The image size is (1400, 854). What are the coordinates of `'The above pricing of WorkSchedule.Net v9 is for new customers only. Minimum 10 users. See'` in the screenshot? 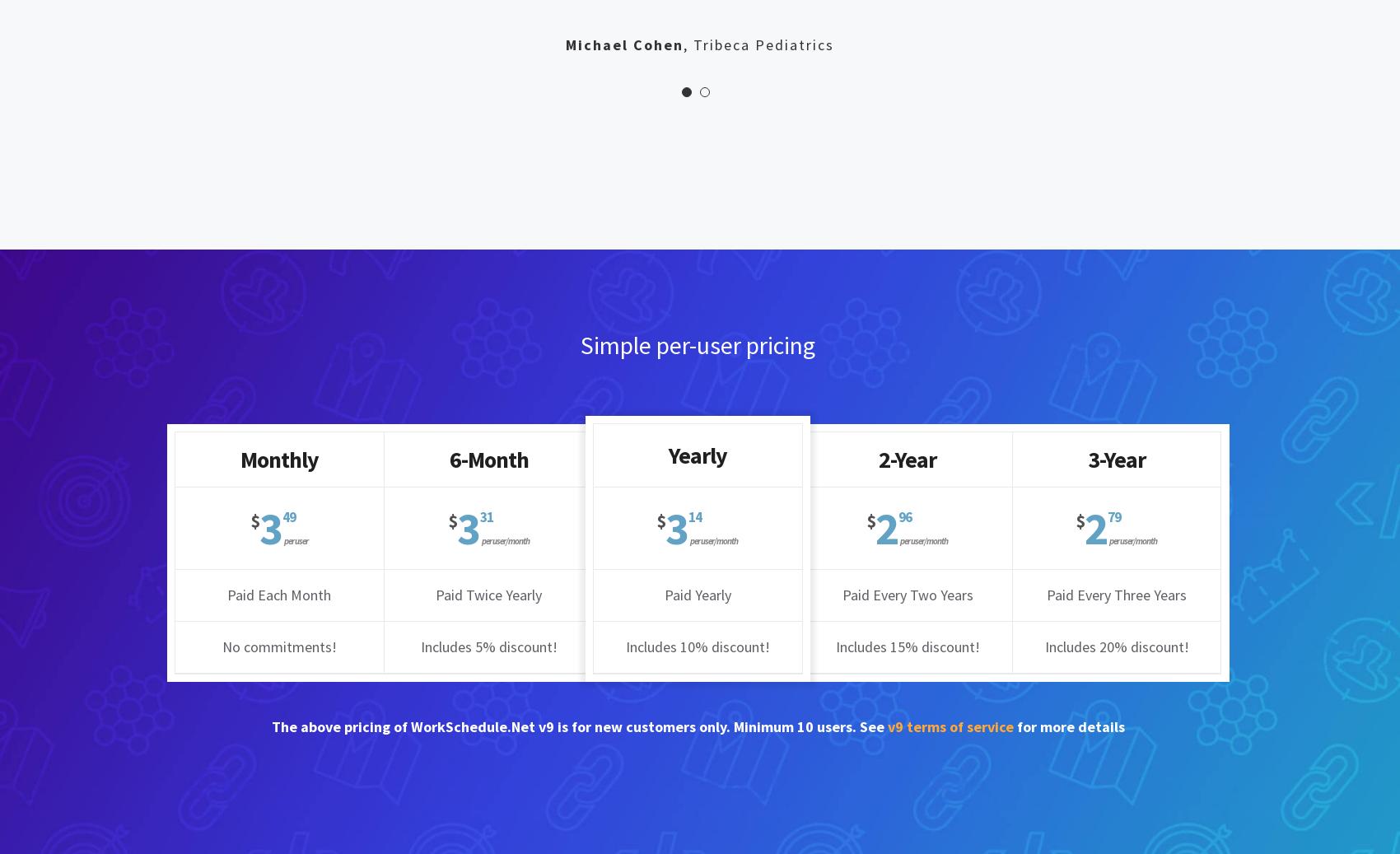 It's located at (578, 726).